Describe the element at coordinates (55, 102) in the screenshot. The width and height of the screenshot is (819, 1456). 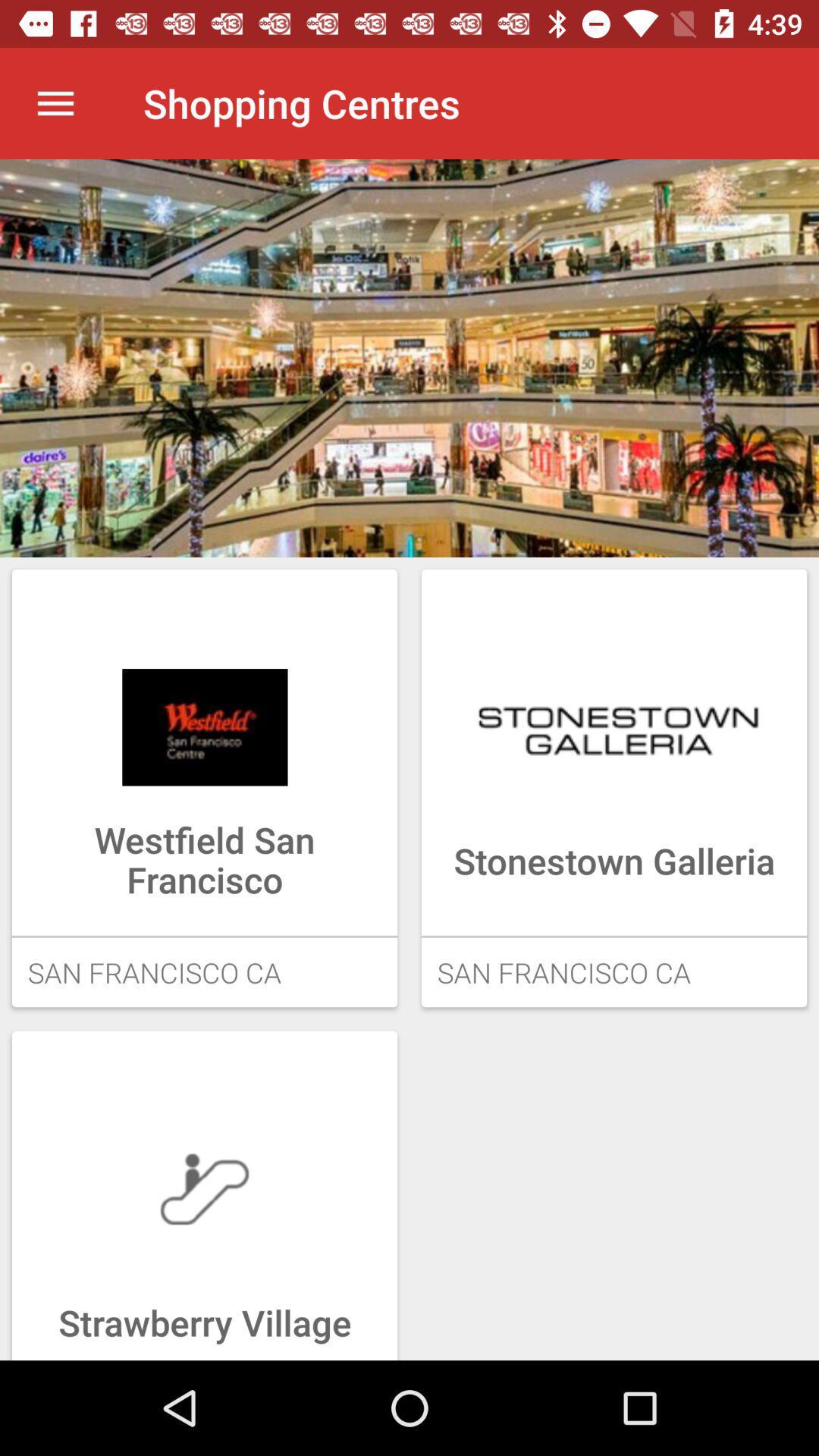
I see `the icon next to the shopping centres` at that location.